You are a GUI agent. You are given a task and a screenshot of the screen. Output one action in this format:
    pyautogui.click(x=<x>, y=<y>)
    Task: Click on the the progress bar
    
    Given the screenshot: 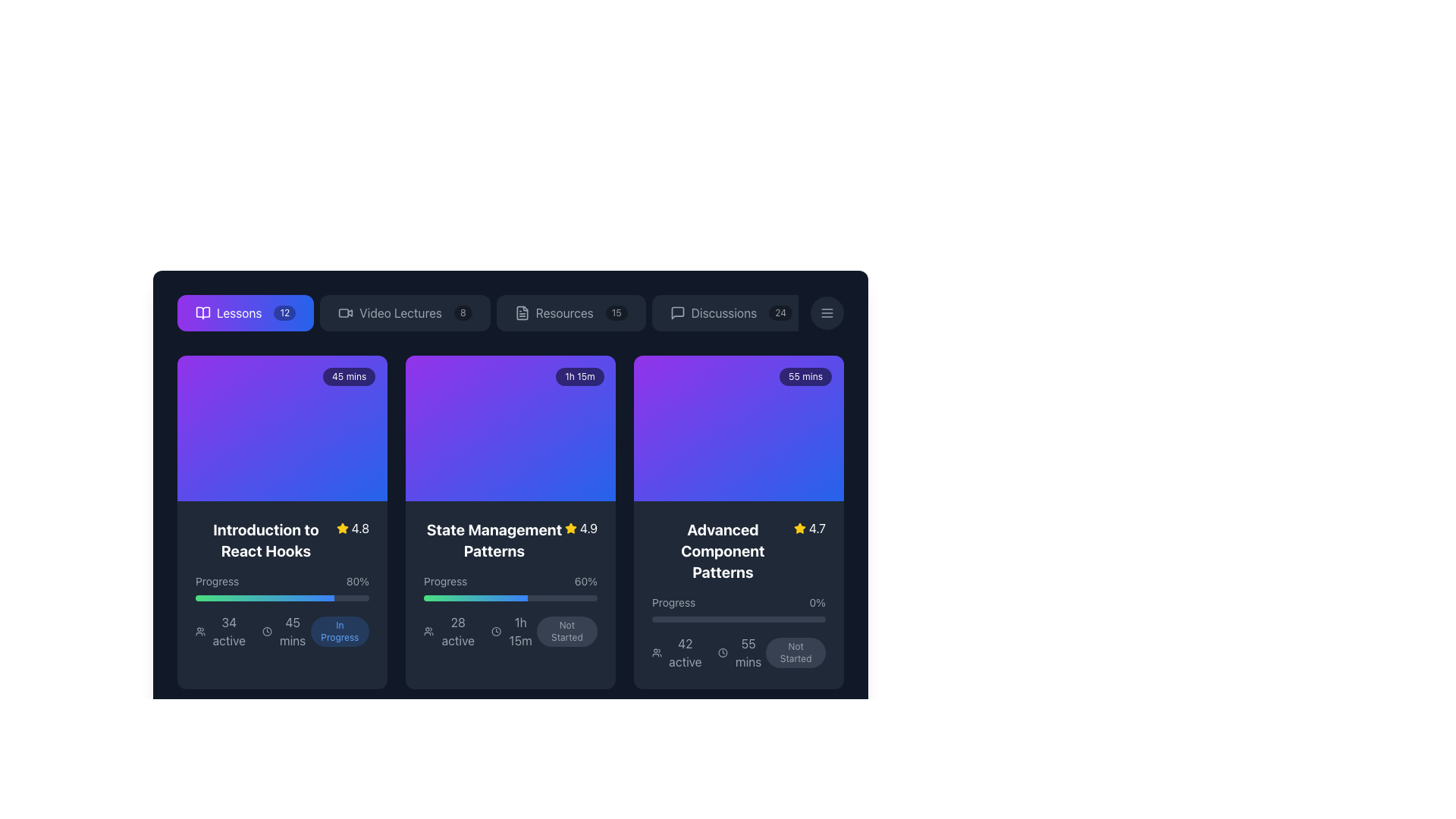 What is the action you would take?
    pyautogui.click(x=339, y=598)
    